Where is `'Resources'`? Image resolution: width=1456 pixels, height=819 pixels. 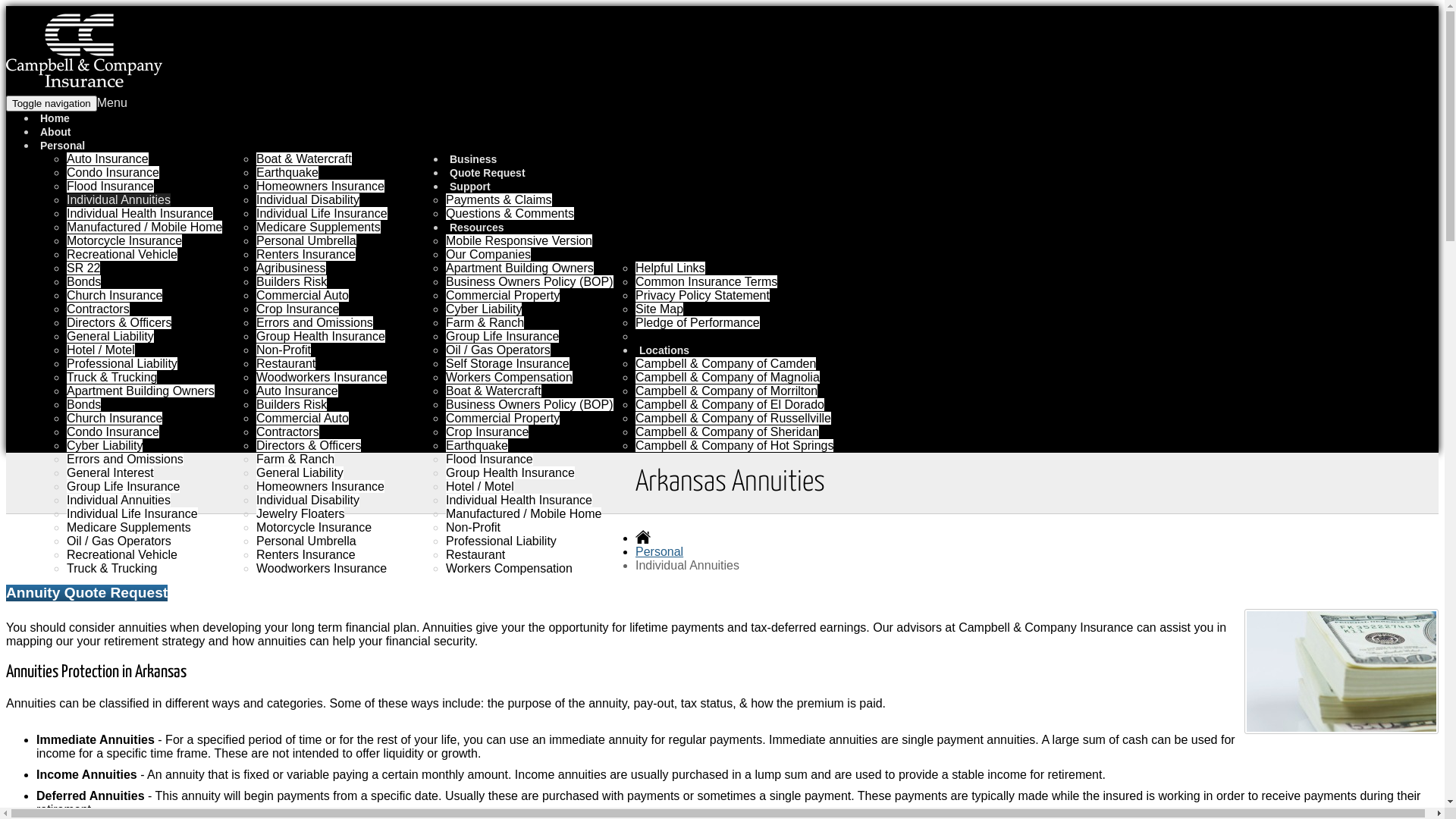 'Resources' is located at coordinates (477, 227).